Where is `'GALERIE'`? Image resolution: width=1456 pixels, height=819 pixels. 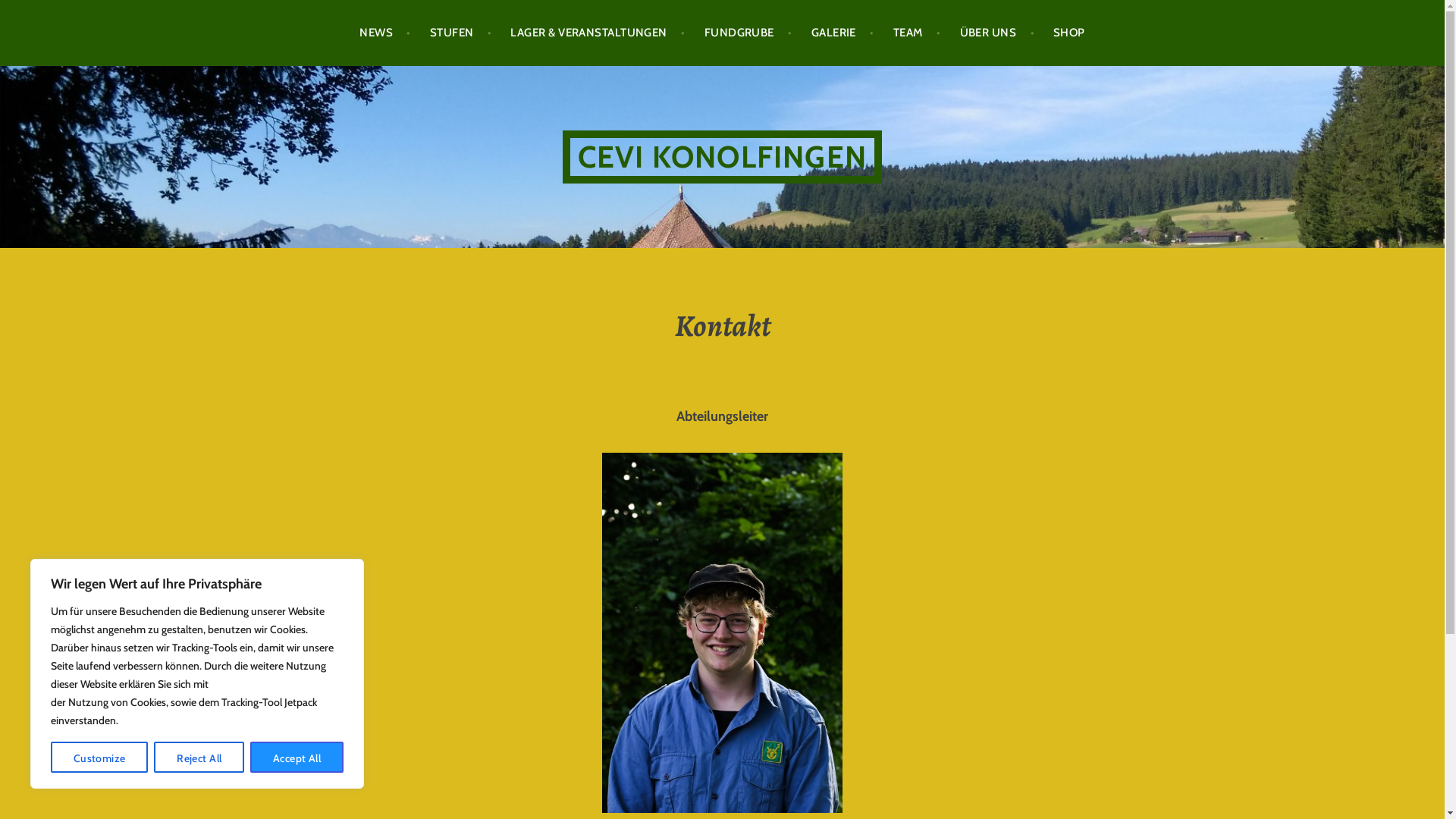 'GALERIE' is located at coordinates (842, 33).